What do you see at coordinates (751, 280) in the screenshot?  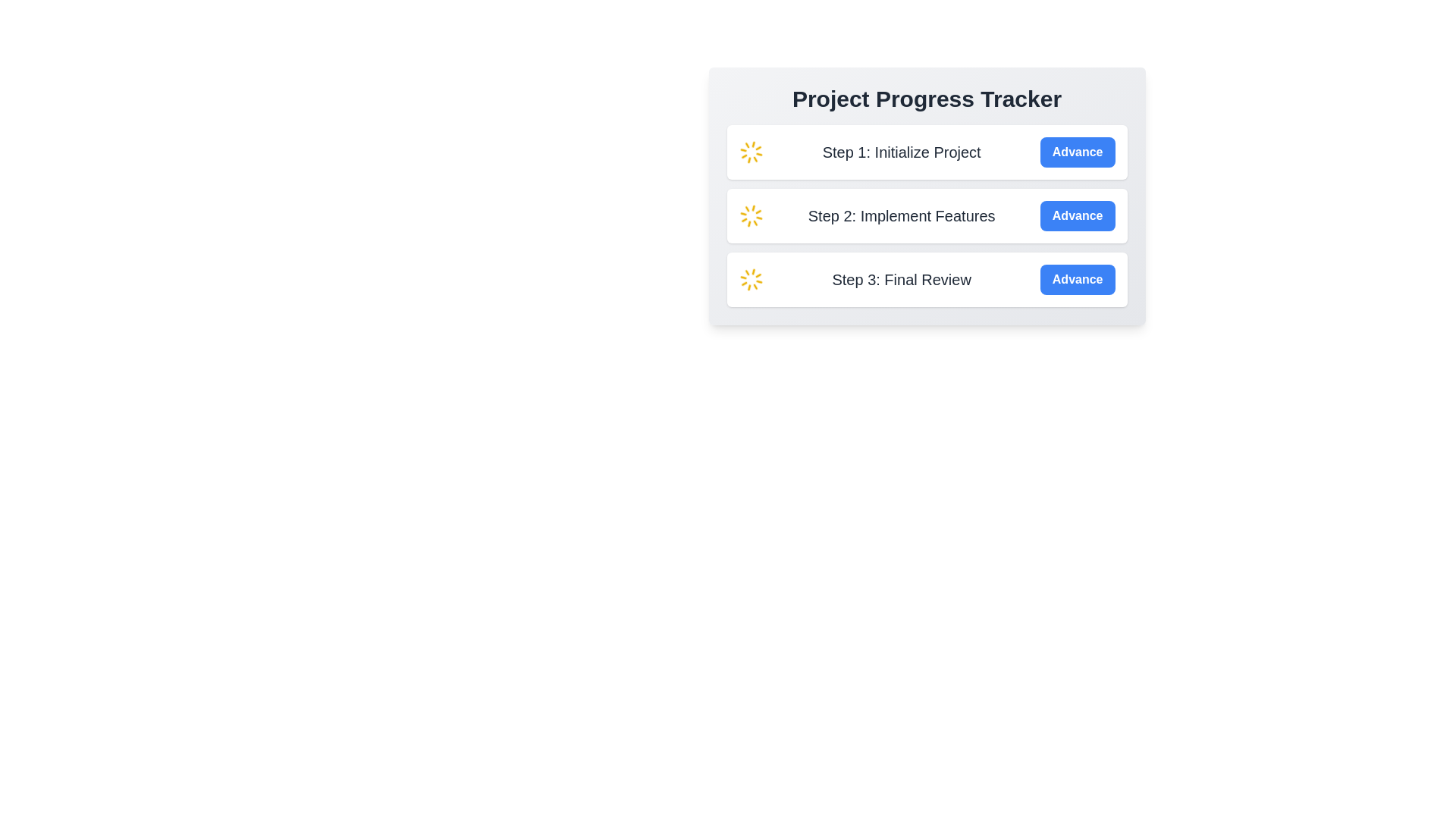 I see `the Loader icon located in the 'Step 3: Final Review' section` at bounding box center [751, 280].